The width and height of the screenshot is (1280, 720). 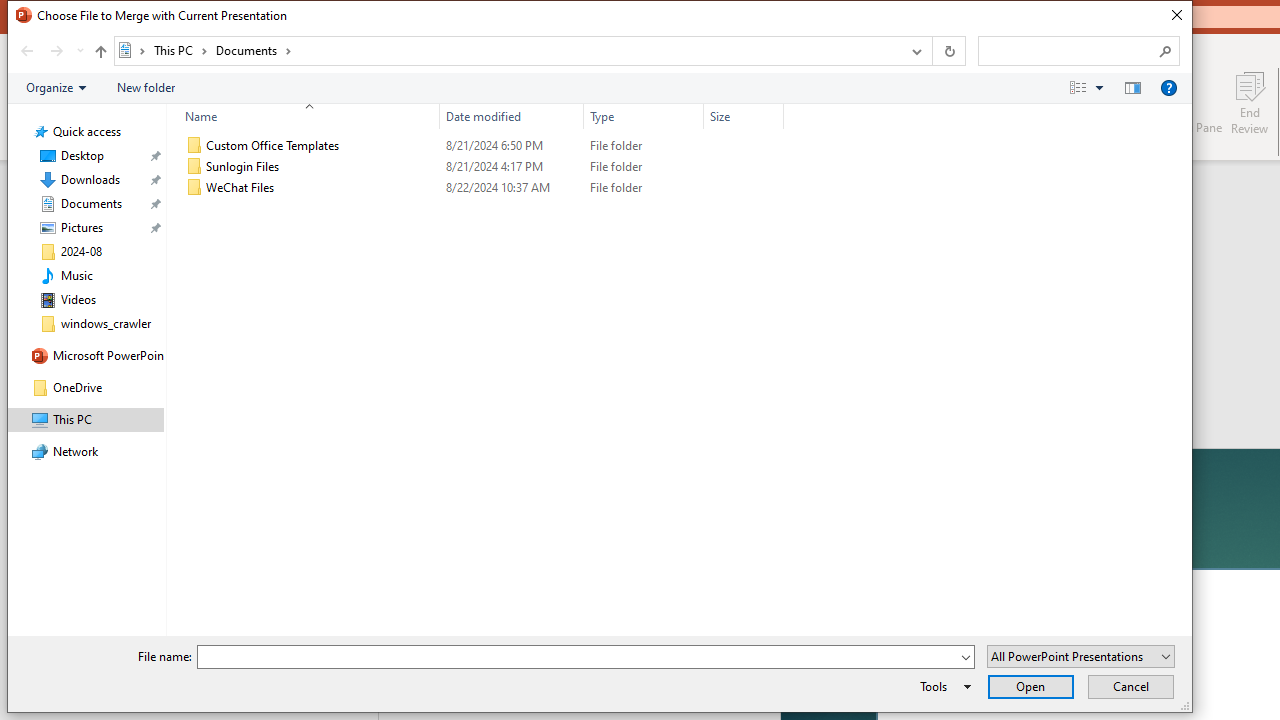 What do you see at coordinates (253, 49) in the screenshot?
I see `'Documents'` at bounding box center [253, 49].